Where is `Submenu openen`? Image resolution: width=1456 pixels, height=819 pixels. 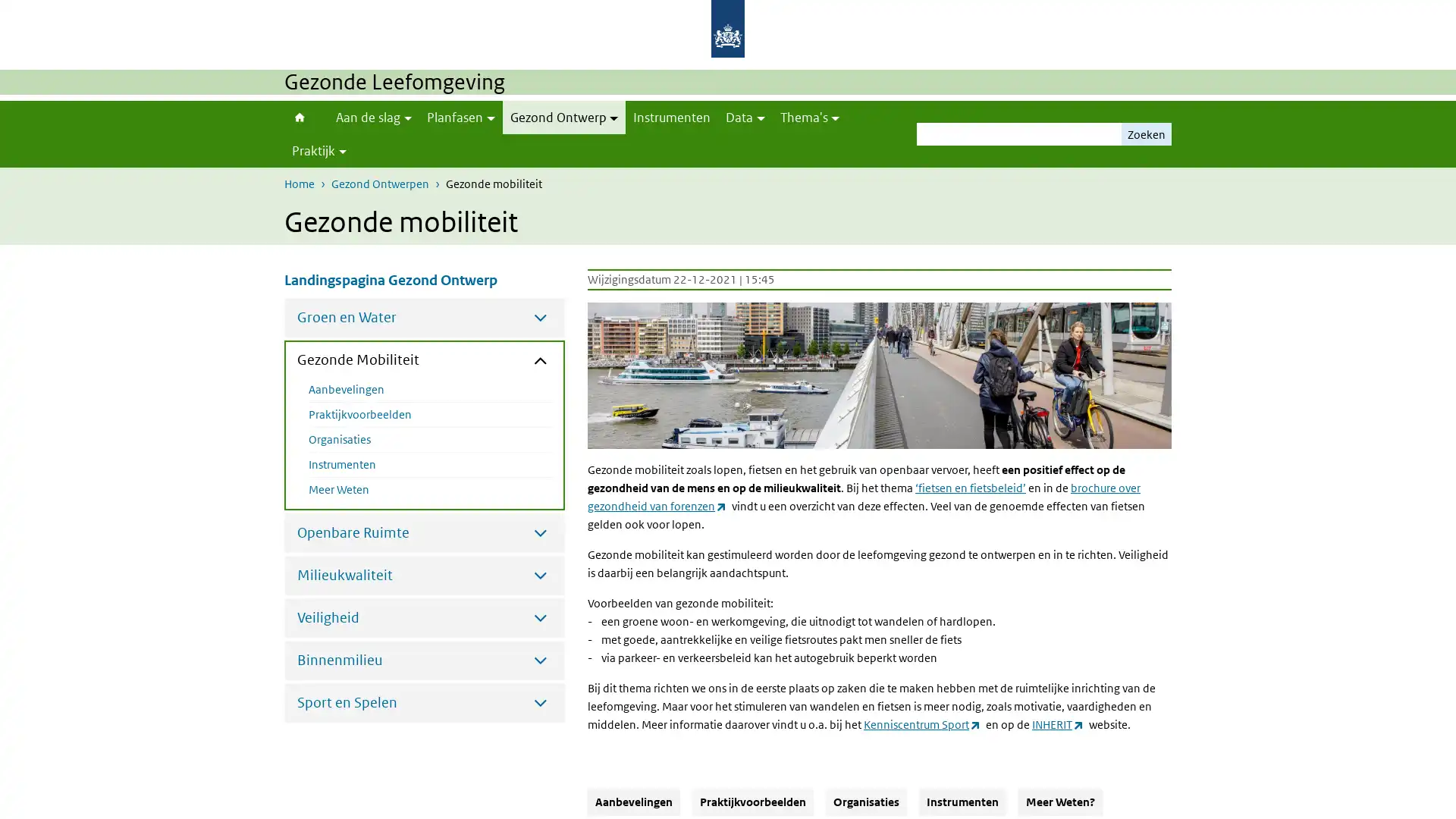 Submenu openen is located at coordinates (541, 659).